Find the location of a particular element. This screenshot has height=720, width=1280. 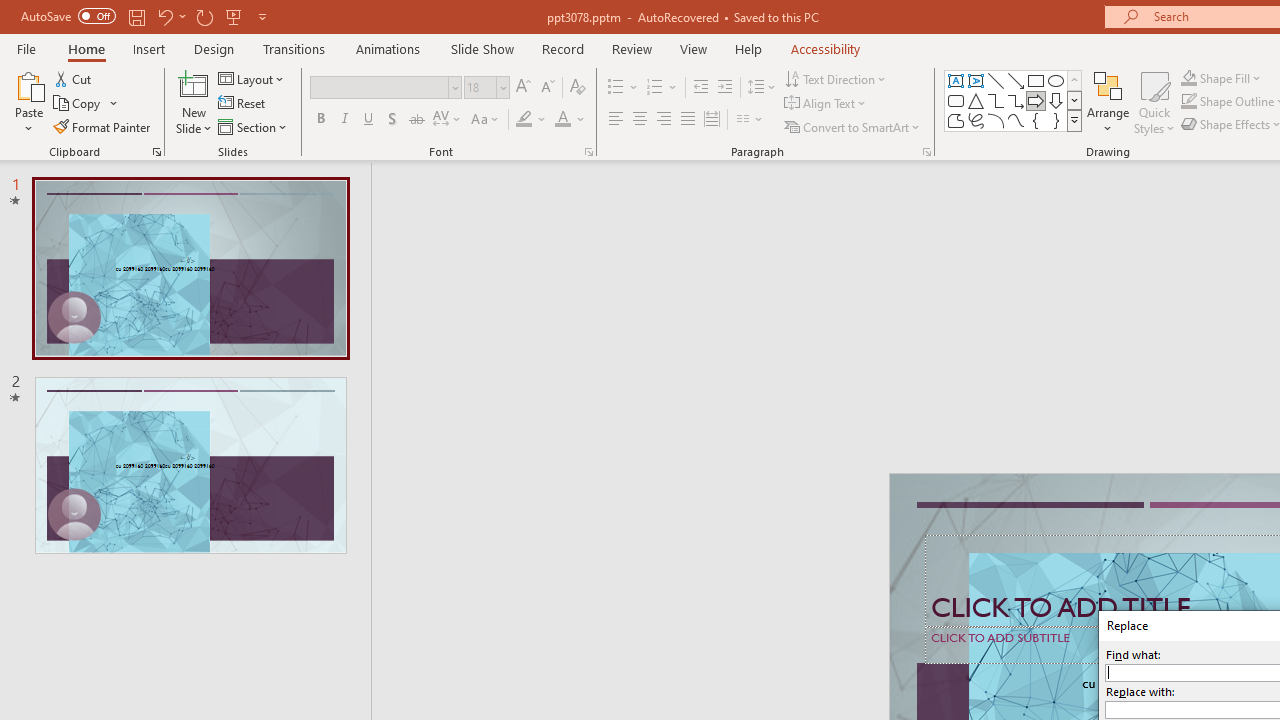

'Shape Fill Dark Green, Accent 2' is located at coordinates (1189, 77).